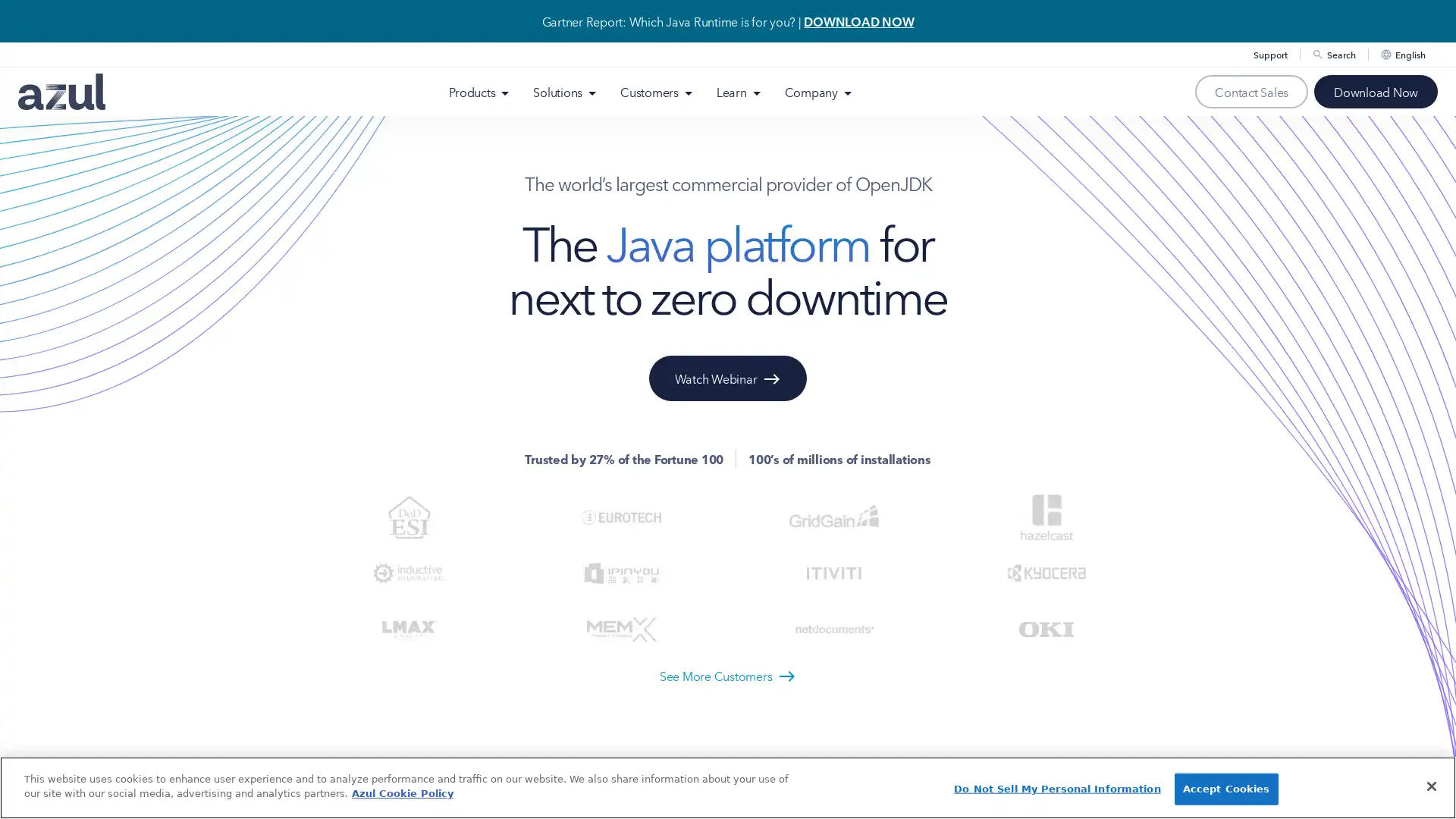 The image size is (1456, 819). Describe the element at coordinates (1332, 54) in the screenshot. I see `search Search` at that location.